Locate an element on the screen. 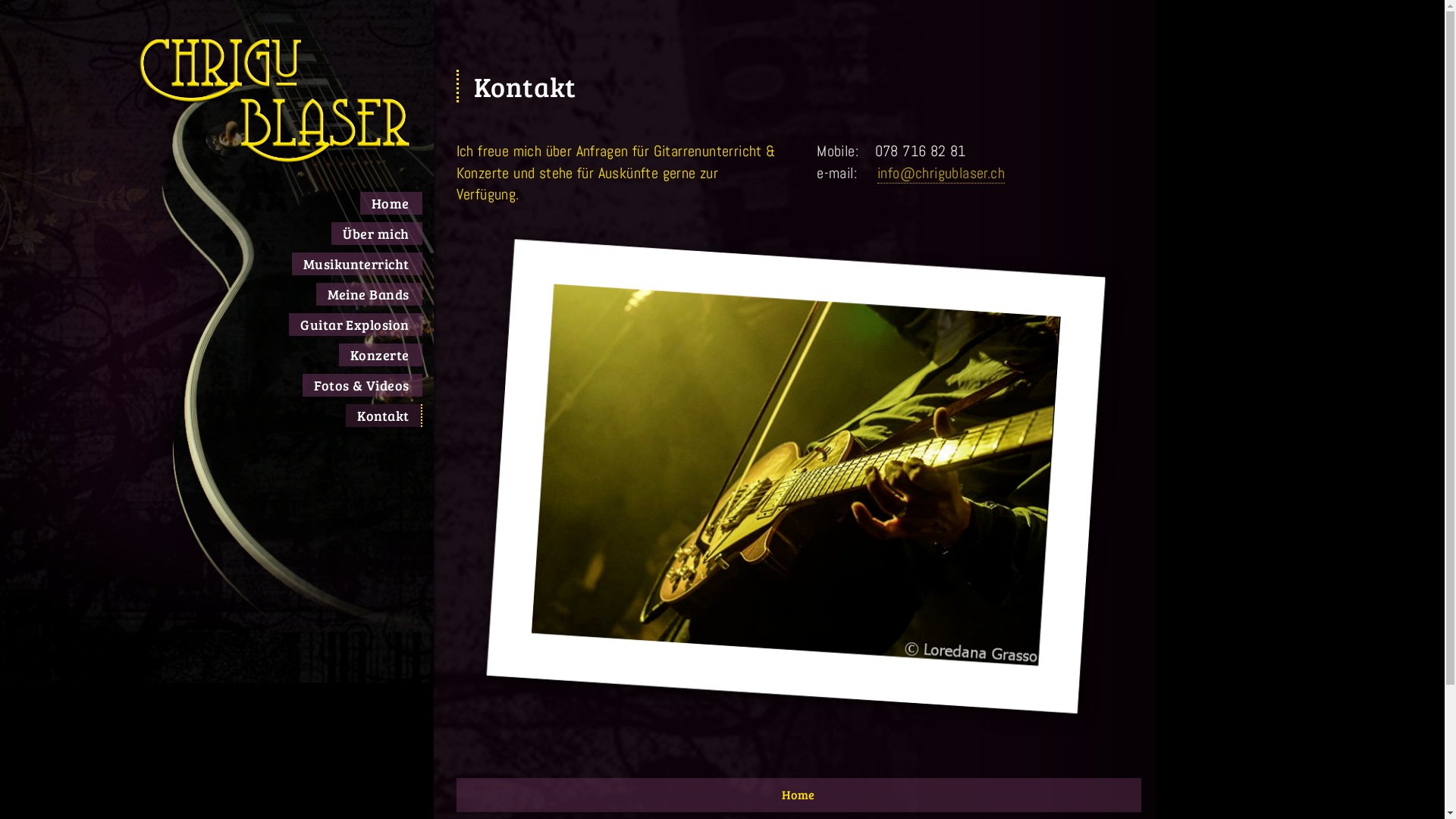 This screenshot has width=1456, height=819. 'Kontakt' is located at coordinates (345, 415).